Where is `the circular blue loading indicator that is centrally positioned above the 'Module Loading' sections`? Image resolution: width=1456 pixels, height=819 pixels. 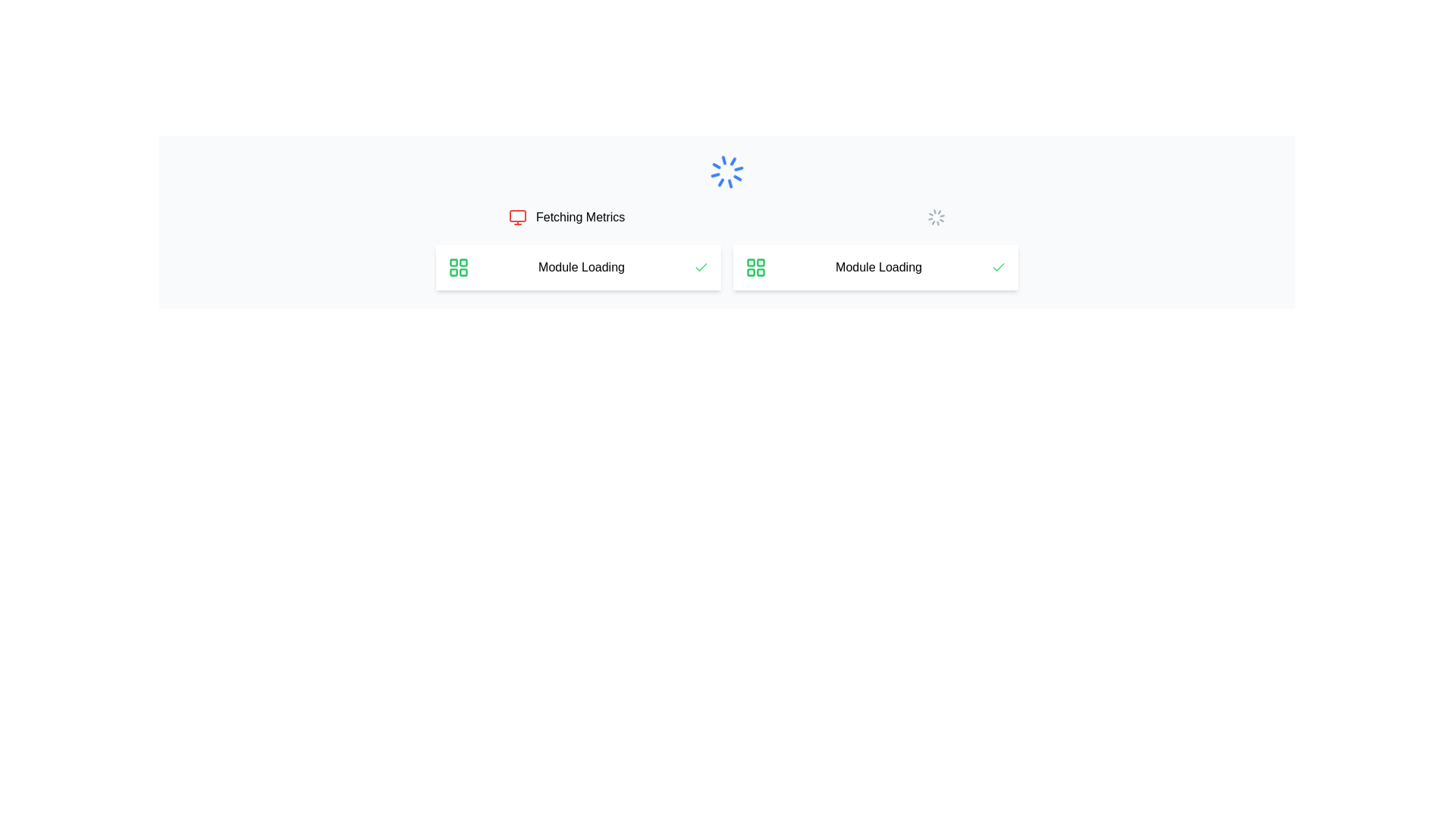
the circular blue loading indicator that is centrally positioned above the 'Module Loading' sections is located at coordinates (726, 171).